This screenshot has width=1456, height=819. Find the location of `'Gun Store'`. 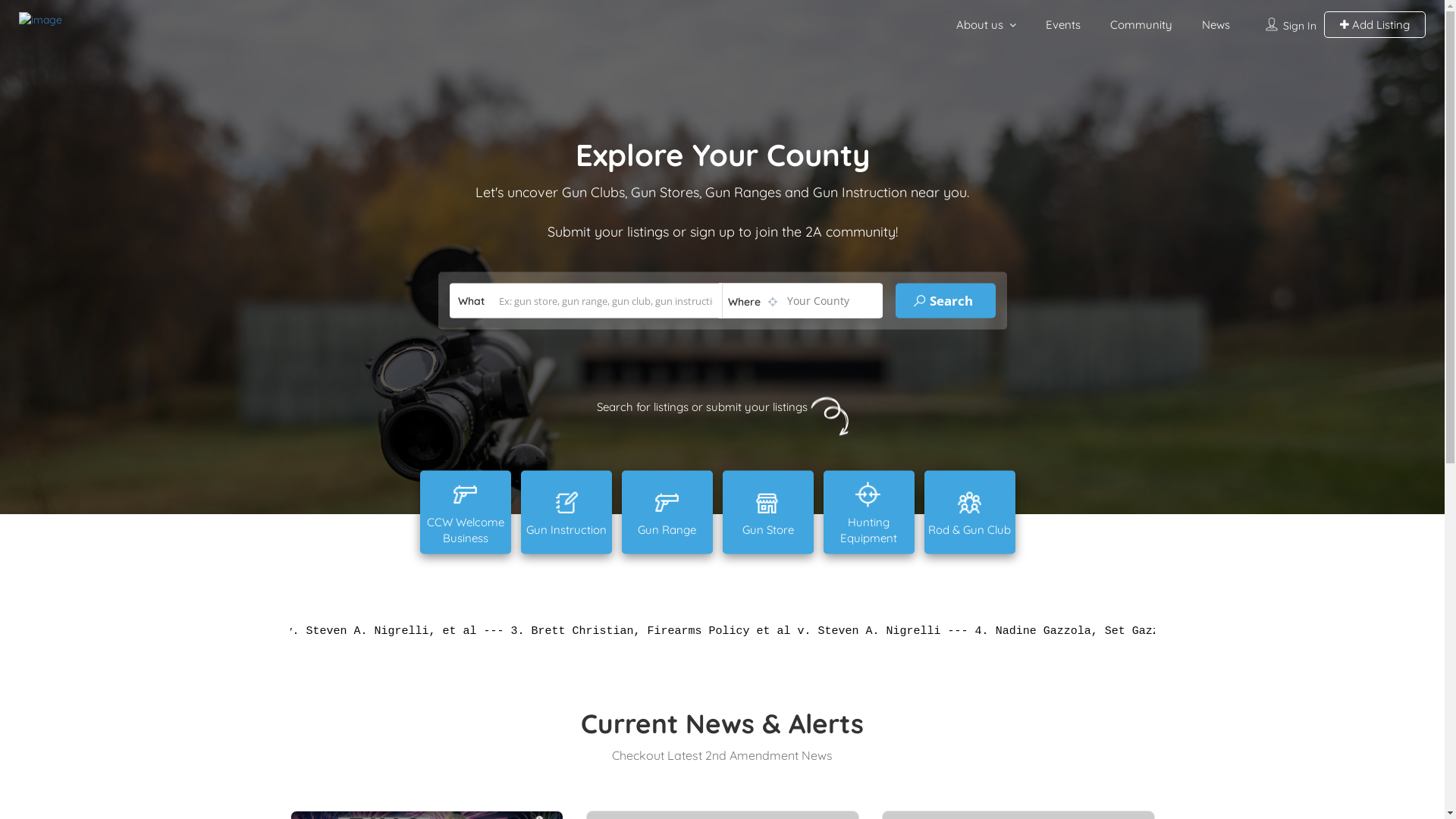

'Gun Store' is located at coordinates (767, 512).